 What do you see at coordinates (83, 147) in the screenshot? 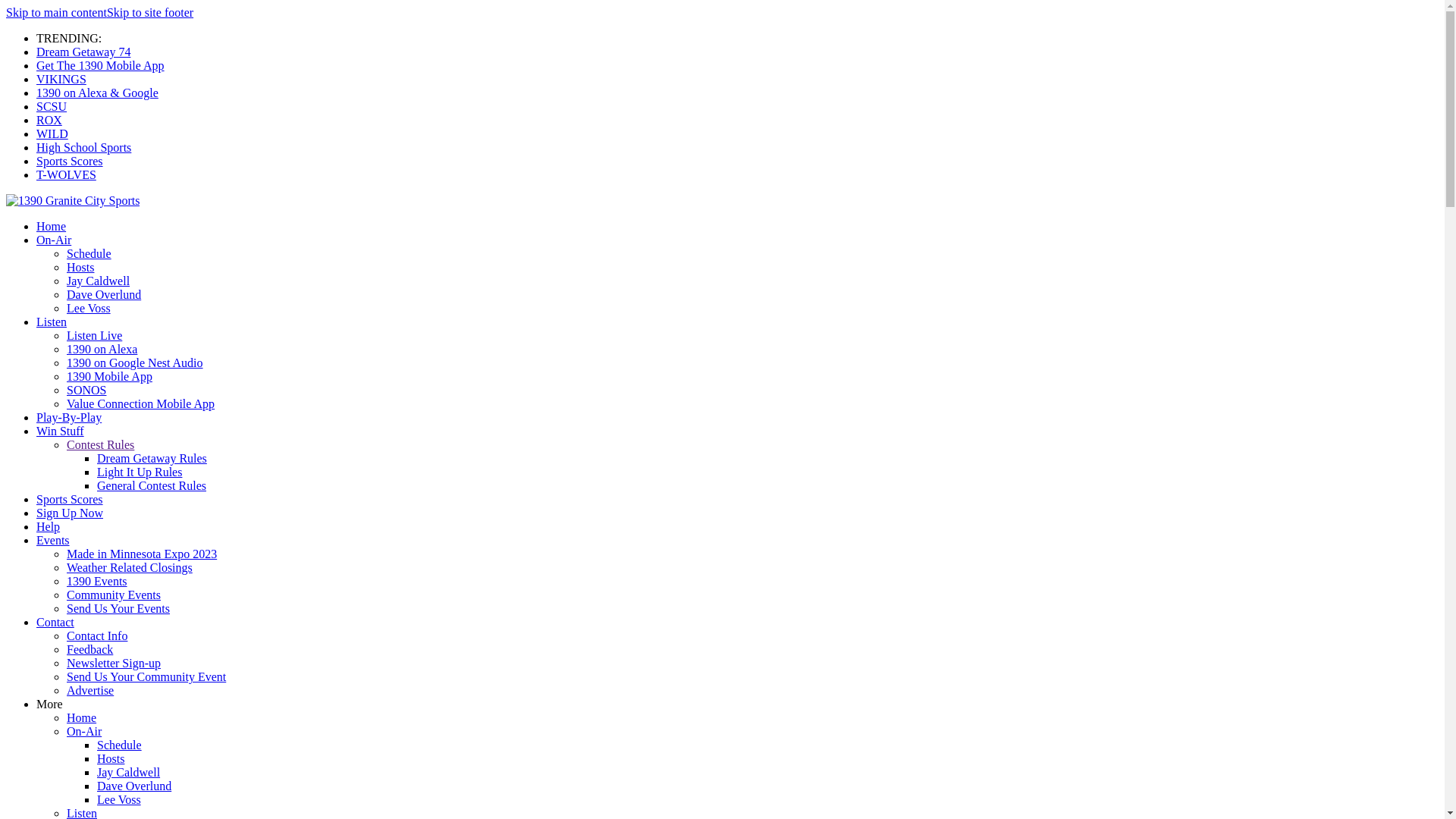
I see `'High School Sports'` at bounding box center [83, 147].